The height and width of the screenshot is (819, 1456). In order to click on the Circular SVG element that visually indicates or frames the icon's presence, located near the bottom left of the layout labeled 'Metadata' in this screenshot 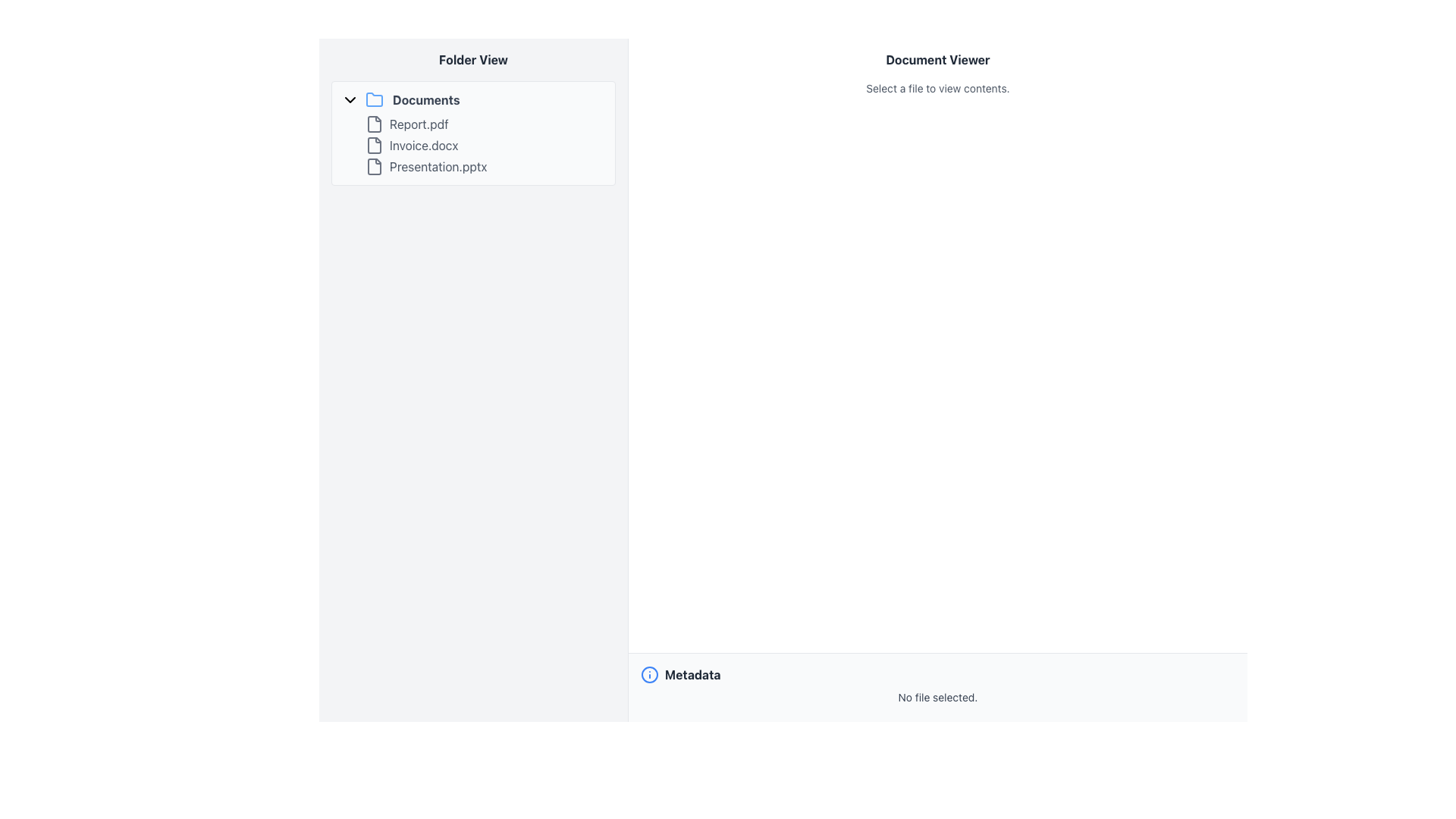, I will do `click(650, 674)`.